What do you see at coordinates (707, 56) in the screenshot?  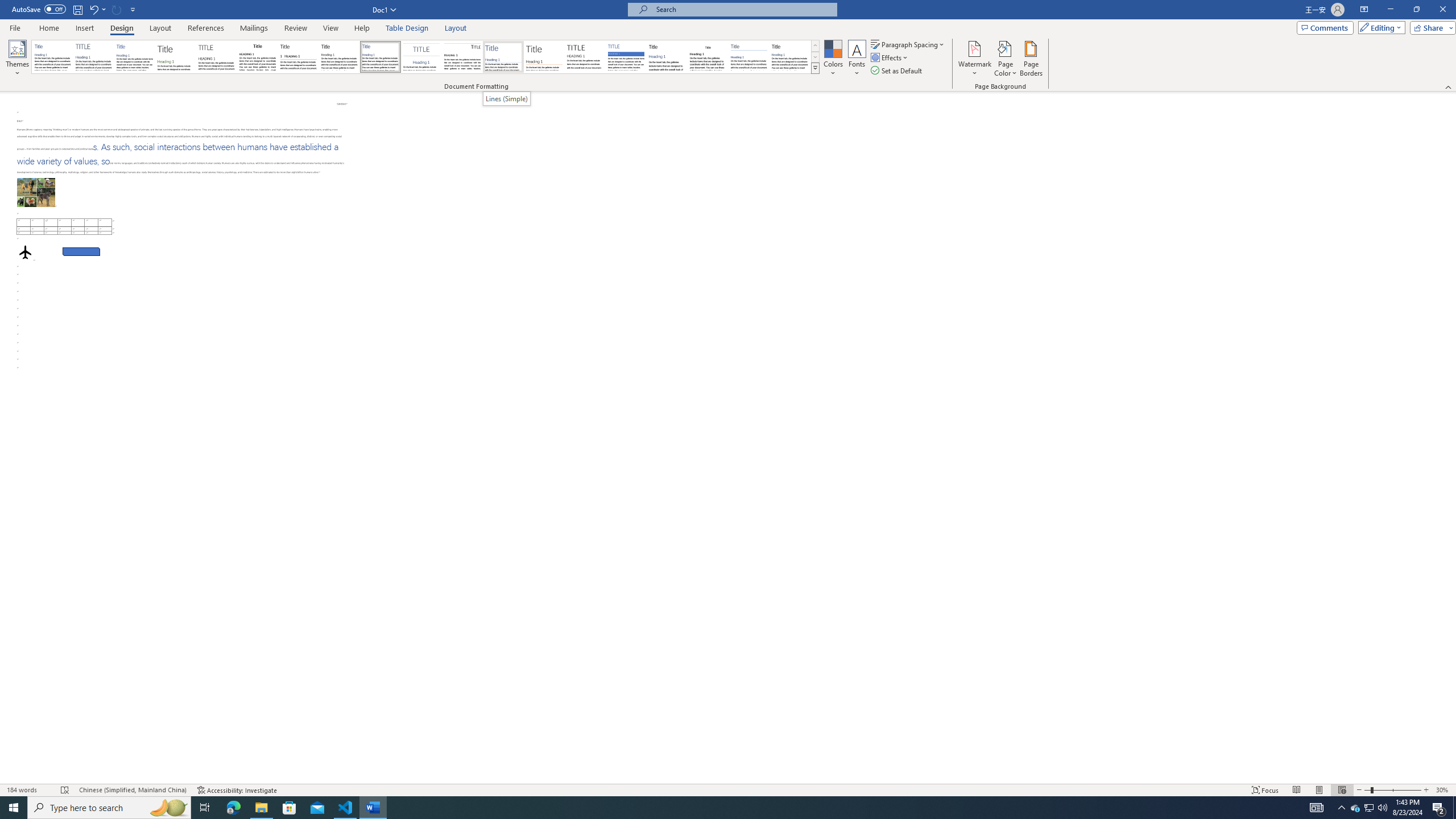 I see `'Word 2003'` at bounding box center [707, 56].